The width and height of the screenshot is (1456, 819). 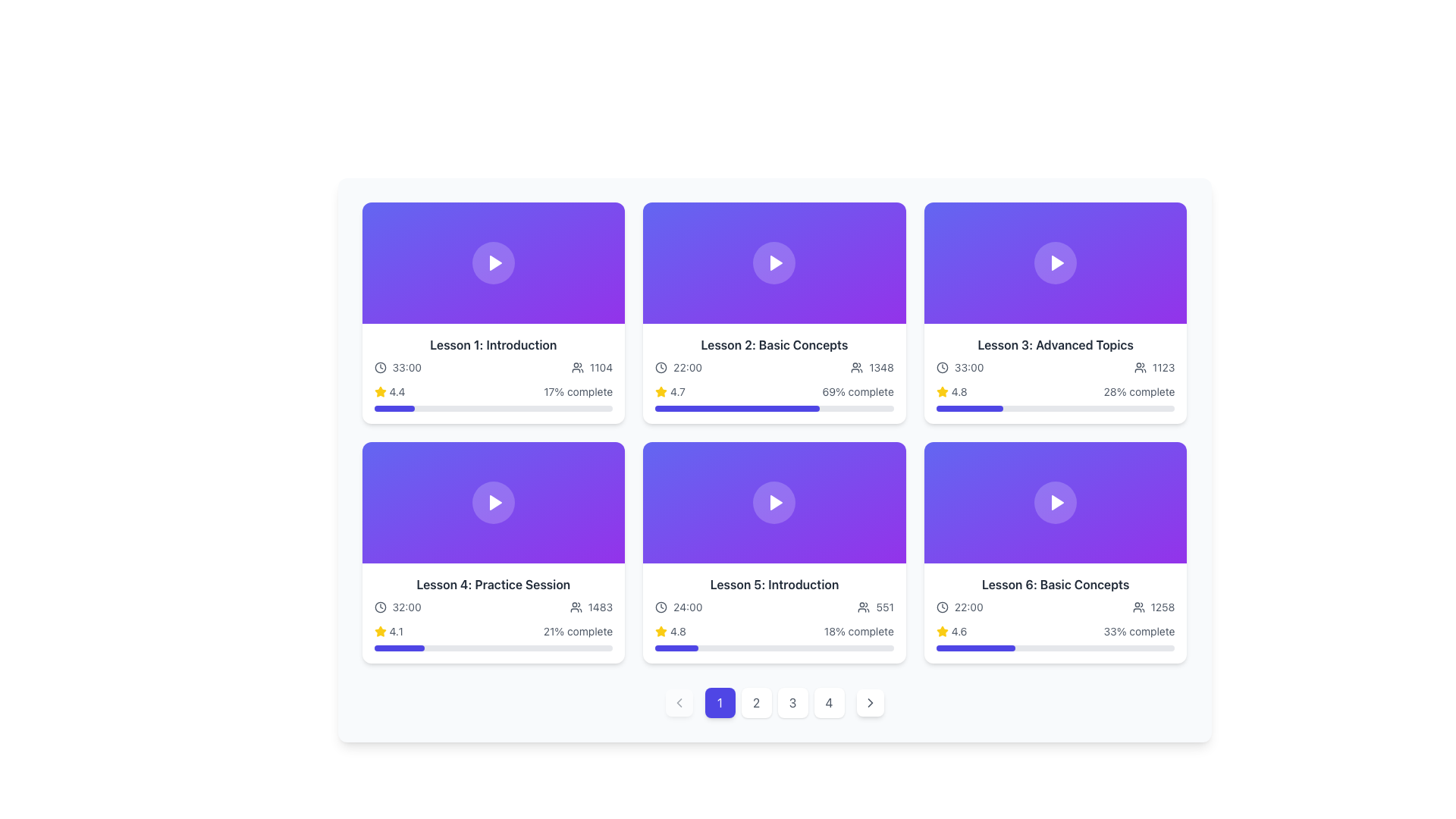 What do you see at coordinates (828, 702) in the screenshot?
I see `the fourth button in the pagination control, which has a white background and the number '4' in dark gray text, to change its background color` at bounding box center [828, 702].